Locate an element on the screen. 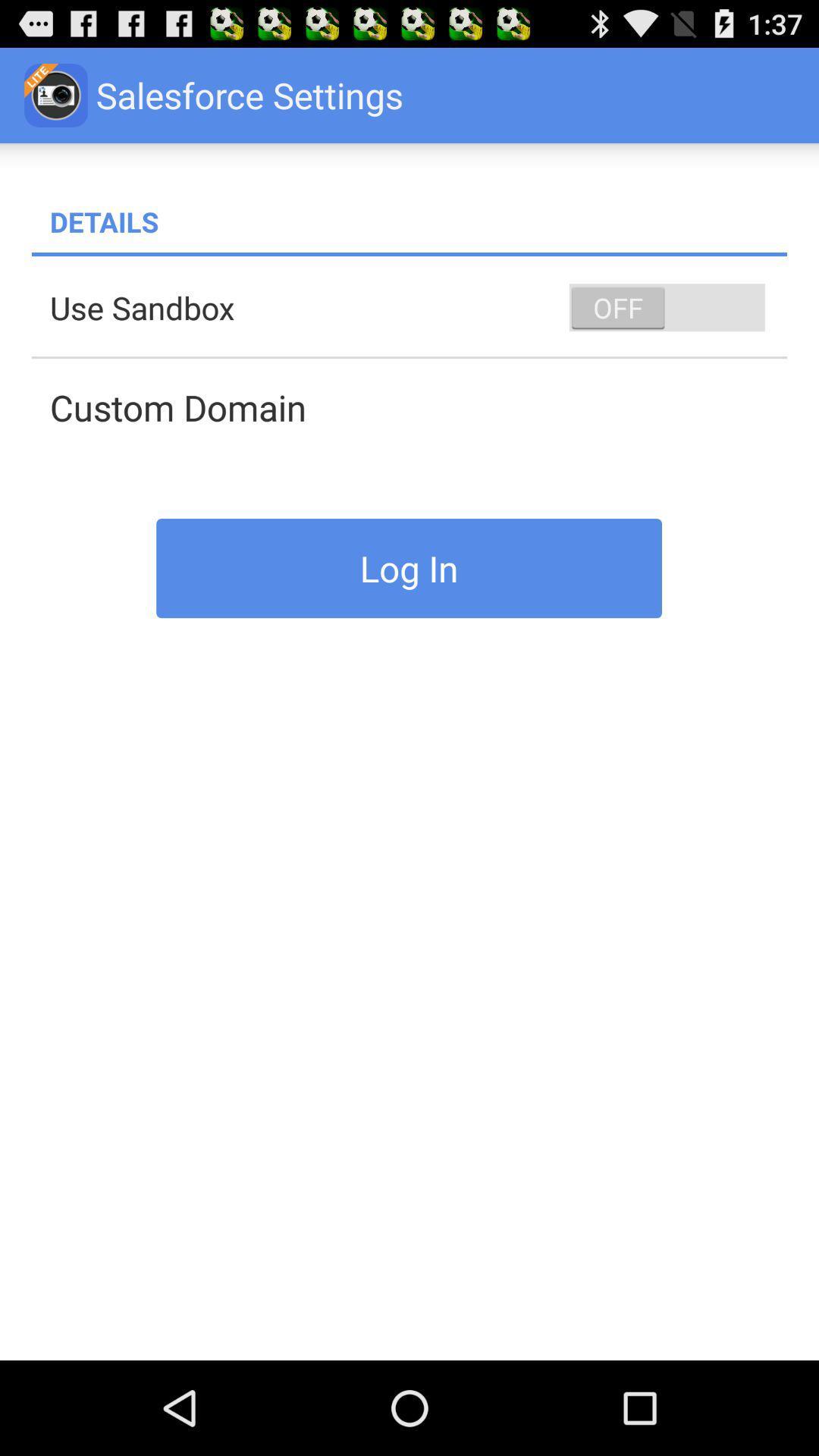 This screenshot has height=1456, width=819. log in icon is located at coordinates (408, 567).